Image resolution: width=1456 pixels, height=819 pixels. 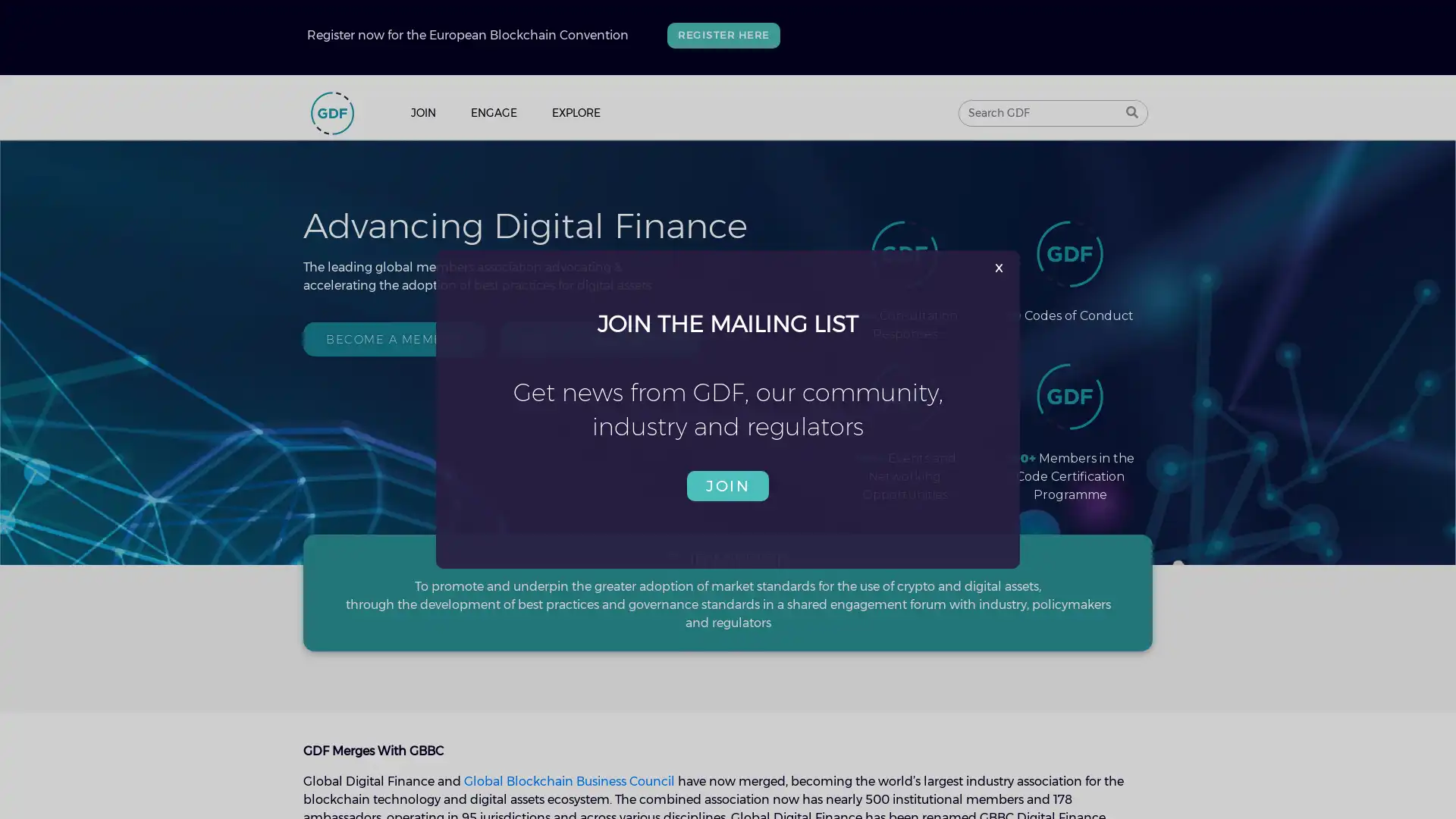 What do you see at coordinates (393, 337) in the screenshot?
I see `BECOME A MEMBER` at bounding box center [393, 337].